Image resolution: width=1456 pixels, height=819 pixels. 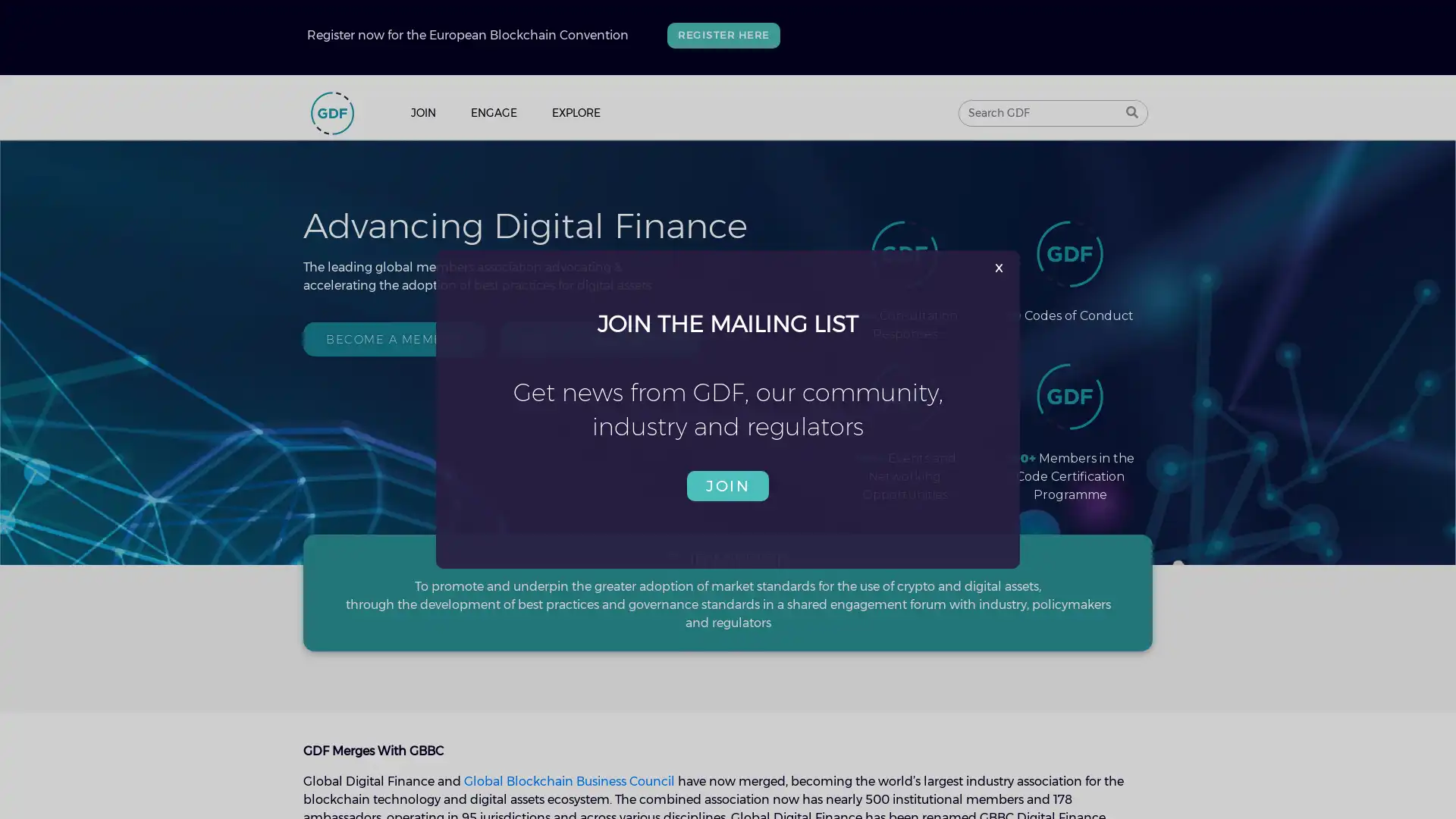 What do you see at coordinates (393, 337) in the screenshot?
I see `BECOME A MEMBER` at bounding box center [393, 337].